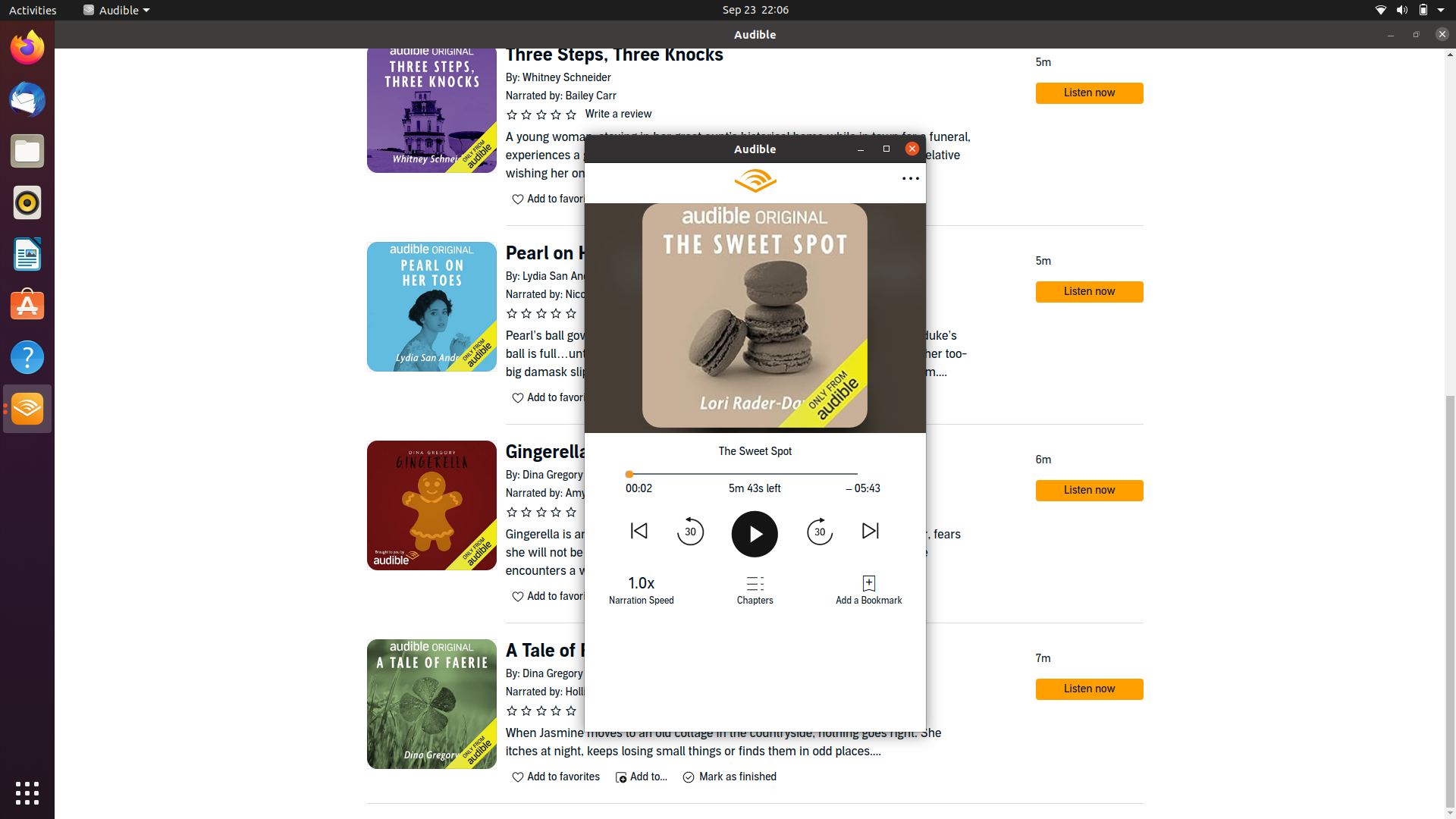 Image resolution: width=1456 pixels, height=819 pixels. I want to click on Reset the narration speed to the previously used pace, so click(642, 587).